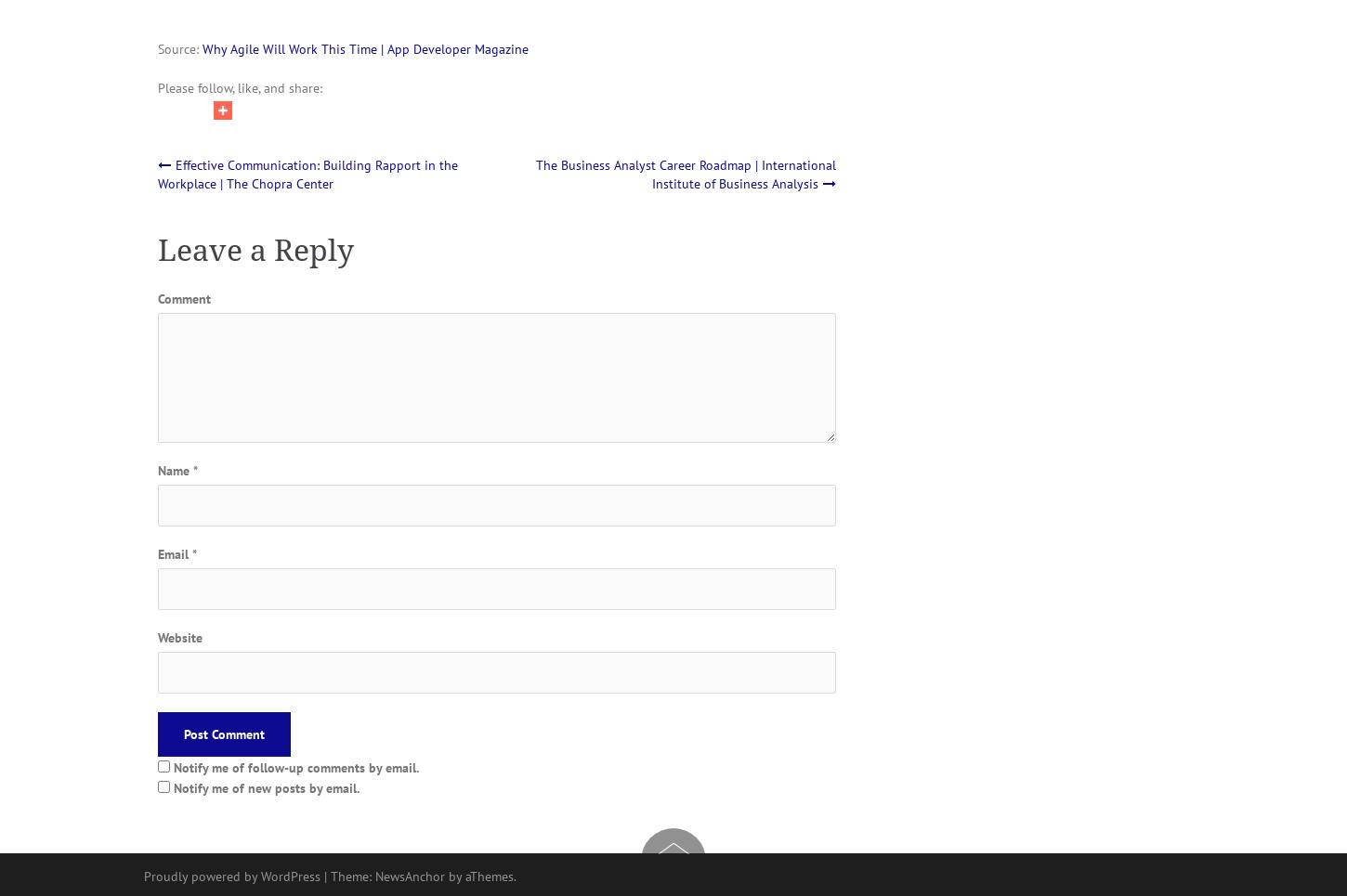 This screenshot has height=896, width=1347. I want to click on 'Name', so click(174, 471).